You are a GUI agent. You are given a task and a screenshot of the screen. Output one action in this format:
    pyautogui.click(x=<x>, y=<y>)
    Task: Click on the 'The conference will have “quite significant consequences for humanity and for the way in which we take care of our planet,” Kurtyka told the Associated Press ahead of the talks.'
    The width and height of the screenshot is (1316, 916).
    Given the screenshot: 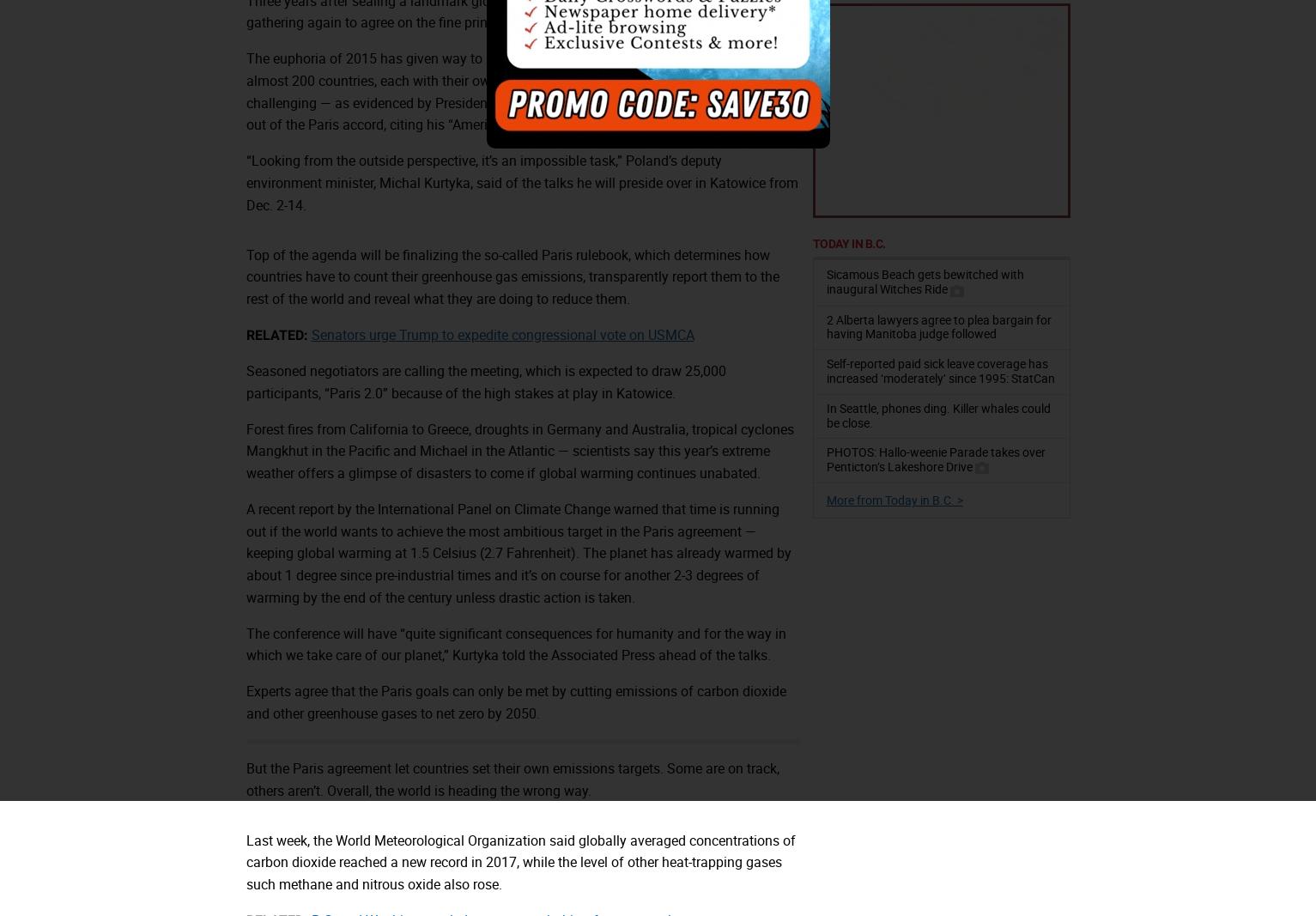 What is the action you would take?
    pyautogui.click(x=514, y=642)
    